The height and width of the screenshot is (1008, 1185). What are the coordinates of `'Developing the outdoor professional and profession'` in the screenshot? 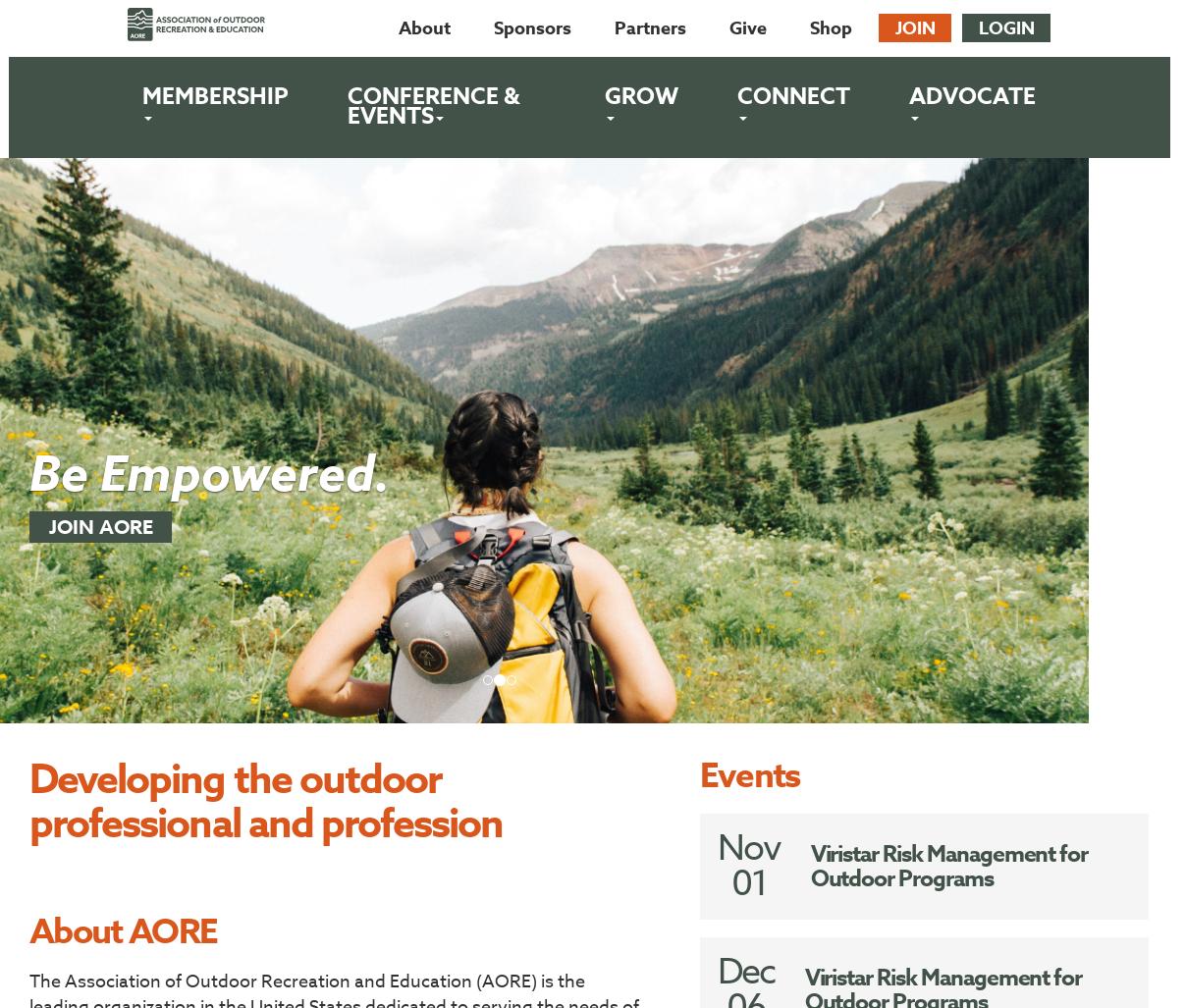 It's located at (265, 801).